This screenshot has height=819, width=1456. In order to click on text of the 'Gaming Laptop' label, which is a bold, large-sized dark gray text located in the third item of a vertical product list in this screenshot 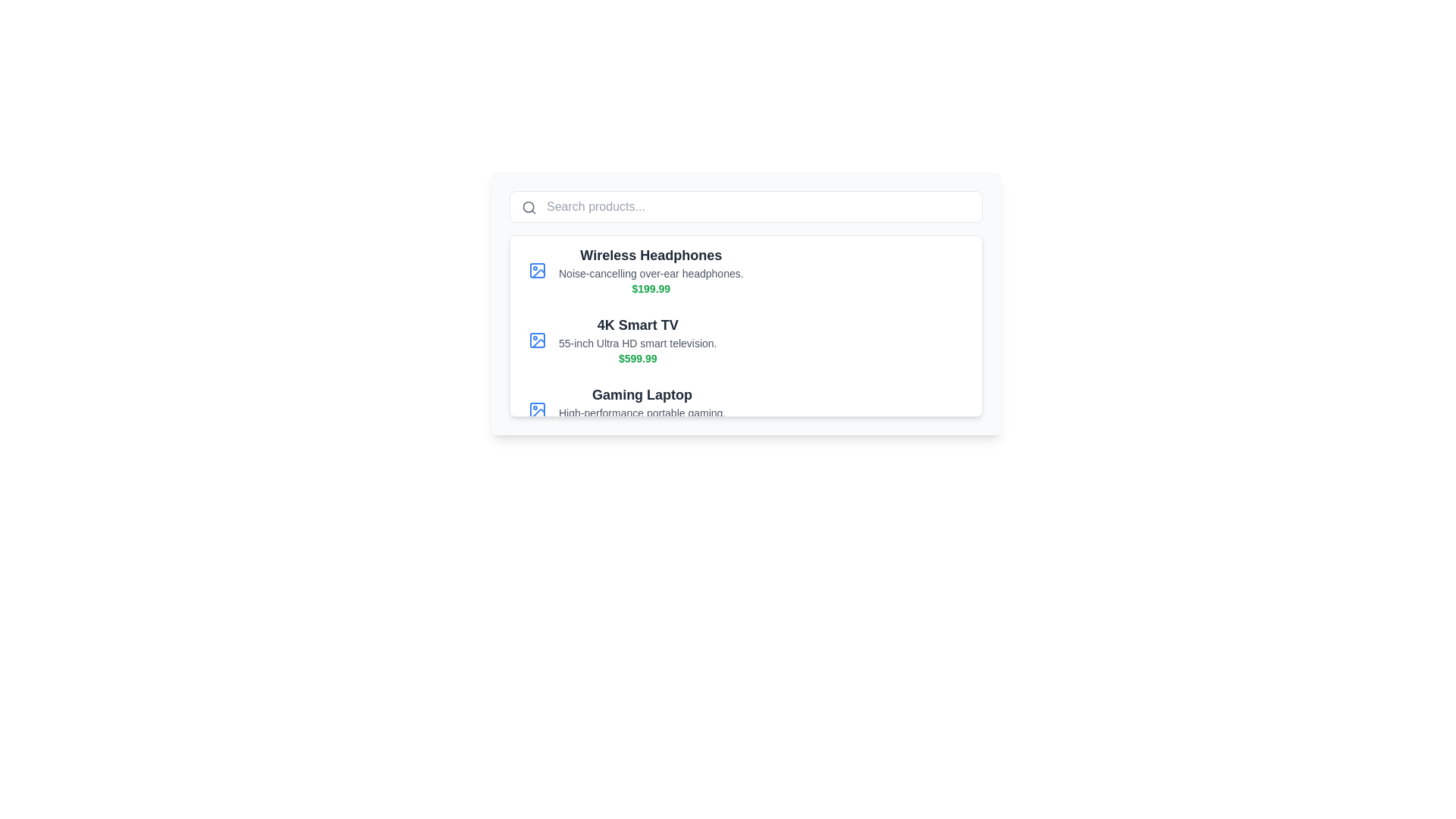, I will do `click(642, 394)`.